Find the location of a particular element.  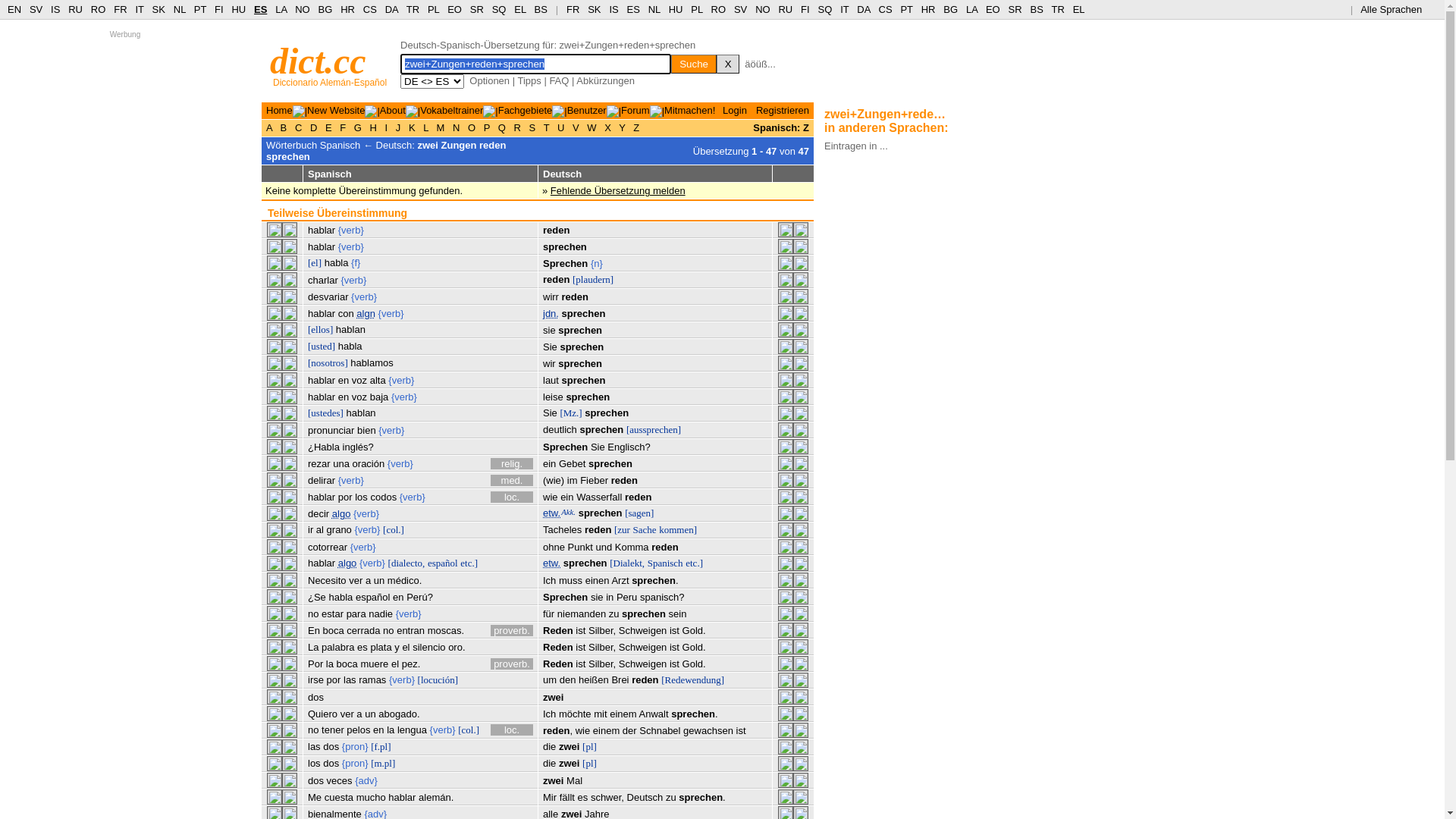

'dict.cc' is located at coordinates (317, 60).